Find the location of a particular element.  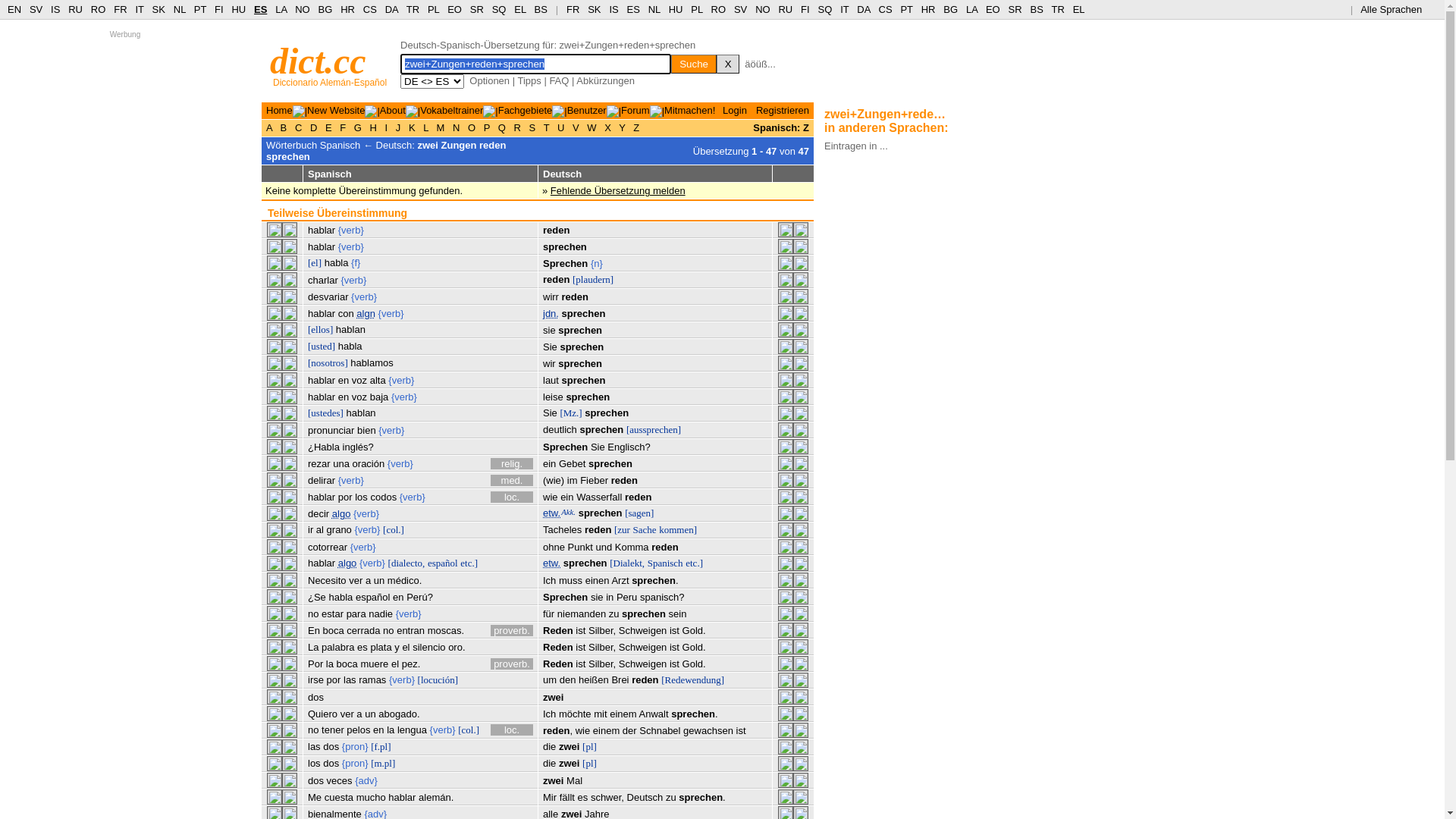

'dict.cc' is located at coordinates (317, 60).